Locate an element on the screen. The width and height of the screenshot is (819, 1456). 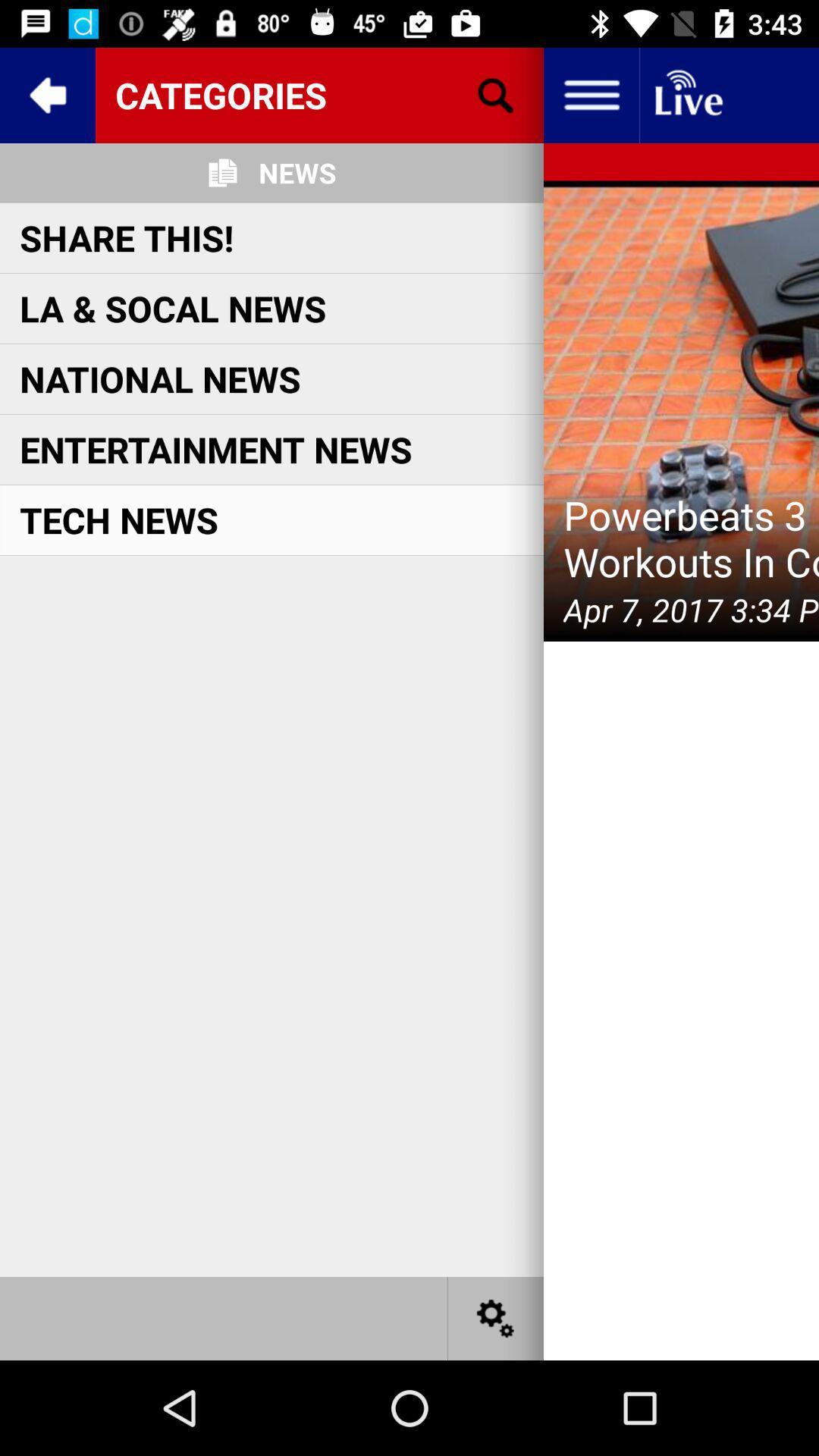
go back is located at coordinates (46, 94).